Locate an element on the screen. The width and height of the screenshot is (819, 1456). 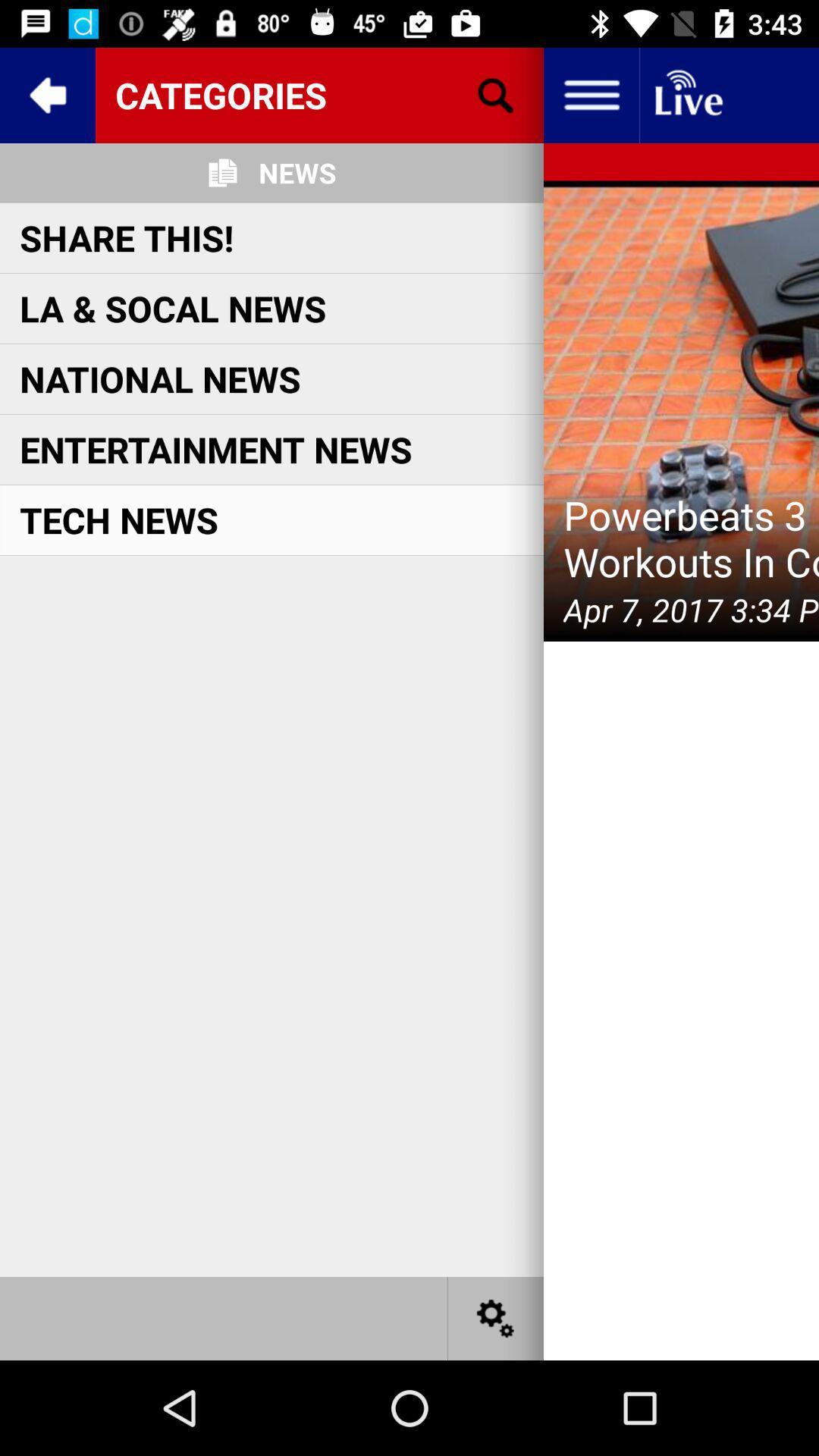
go back is located at coordinates (46, 94).